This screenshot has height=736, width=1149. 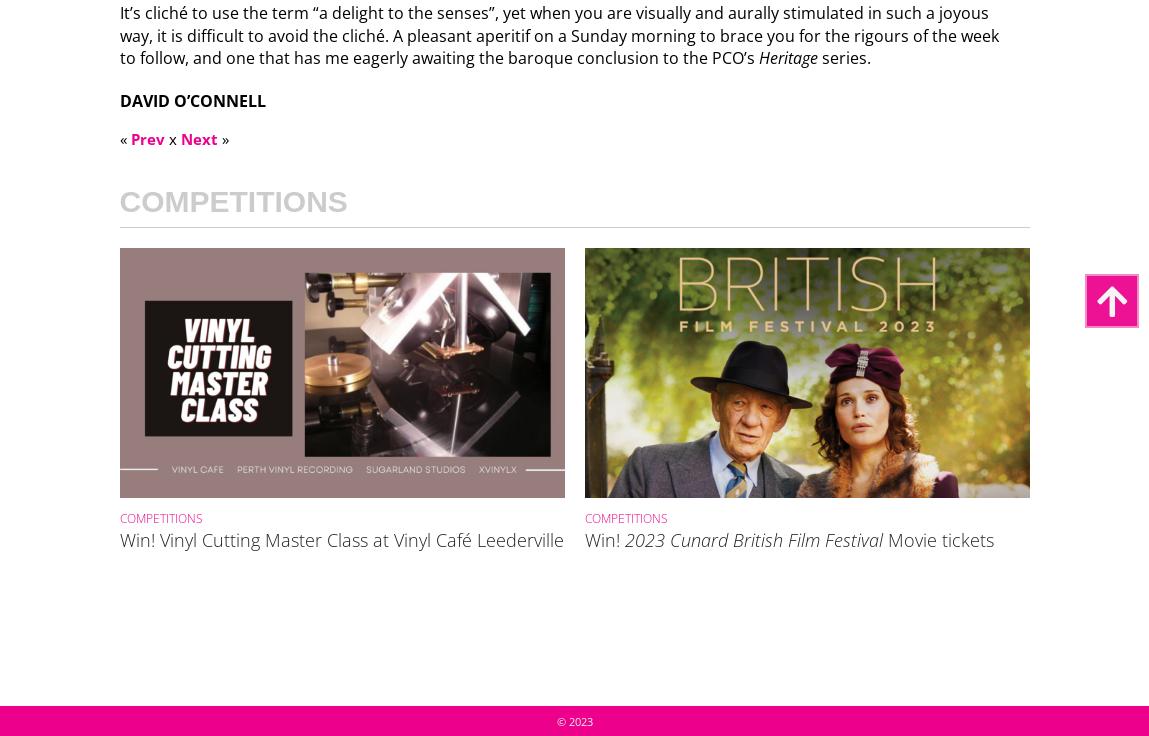 What do you see at coordinates (145, 137) in the screenshot?
I see `'Prev'` at bounding box center [145, 137].